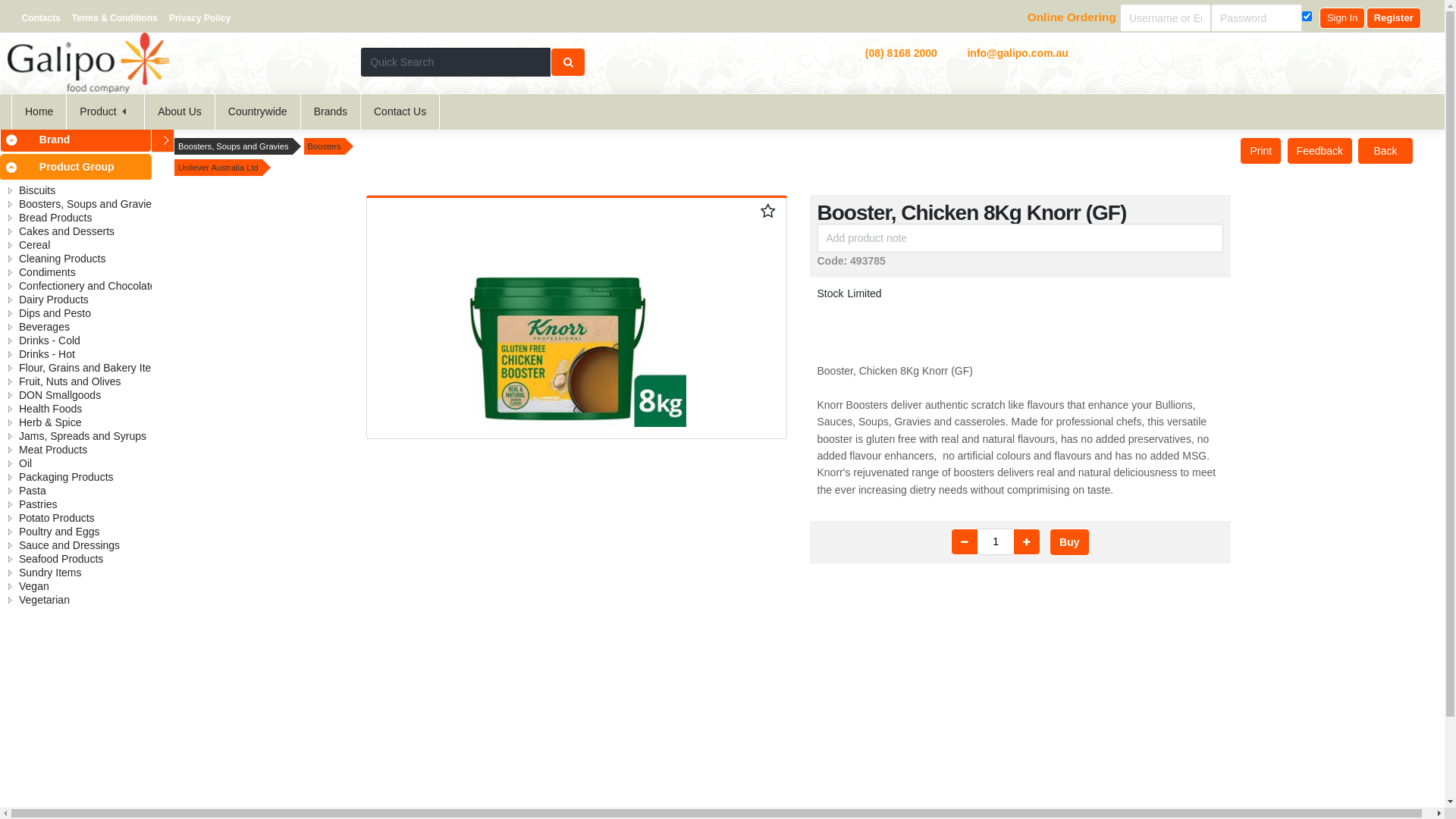  What do you see at coordinates (17, 449) in the screenshot?
I see `'Meat Products'` at bounding box center [17, 449].